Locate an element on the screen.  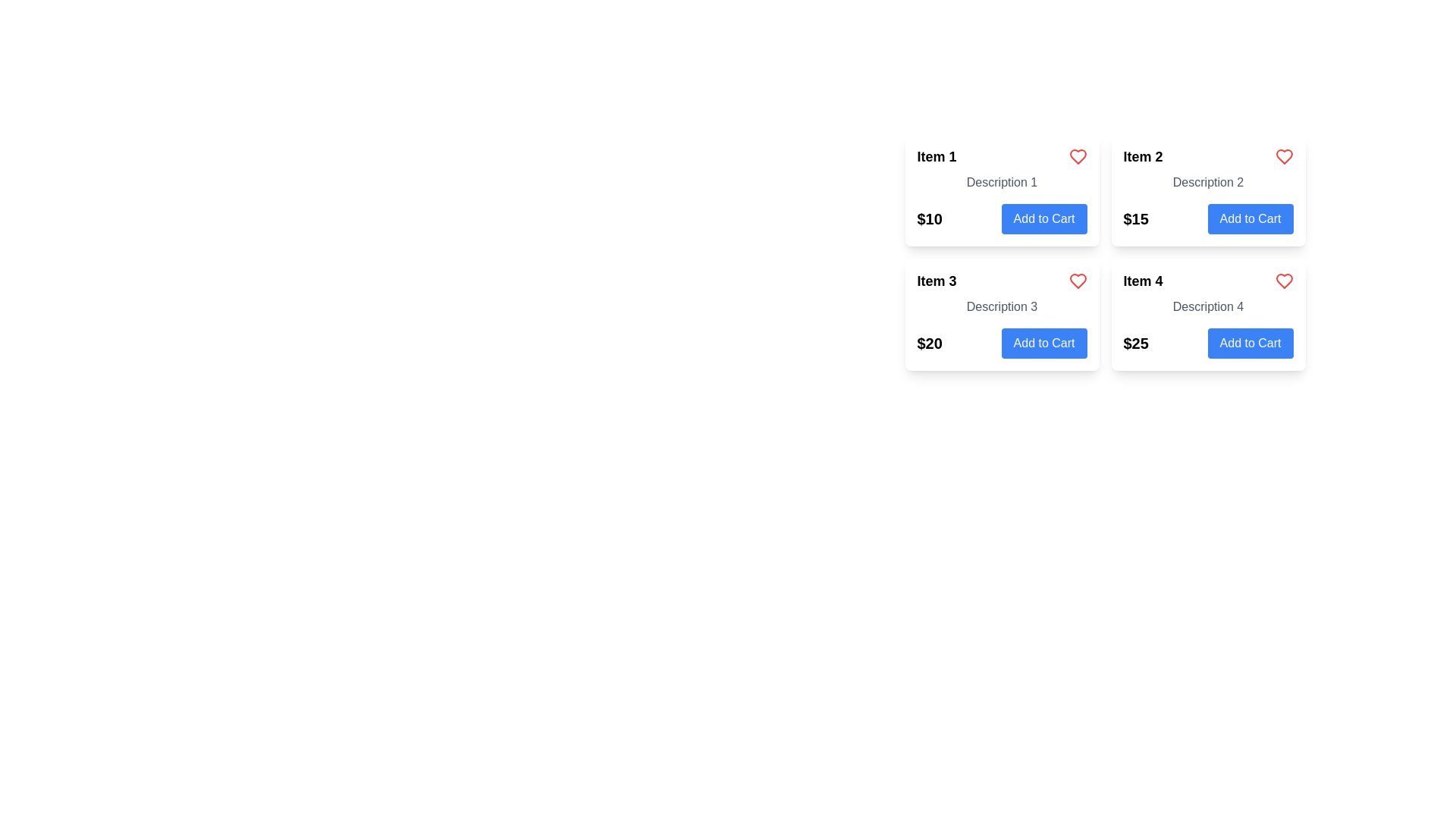
the heart-shaped clickable icon located is located at coordinates (1283, 281).